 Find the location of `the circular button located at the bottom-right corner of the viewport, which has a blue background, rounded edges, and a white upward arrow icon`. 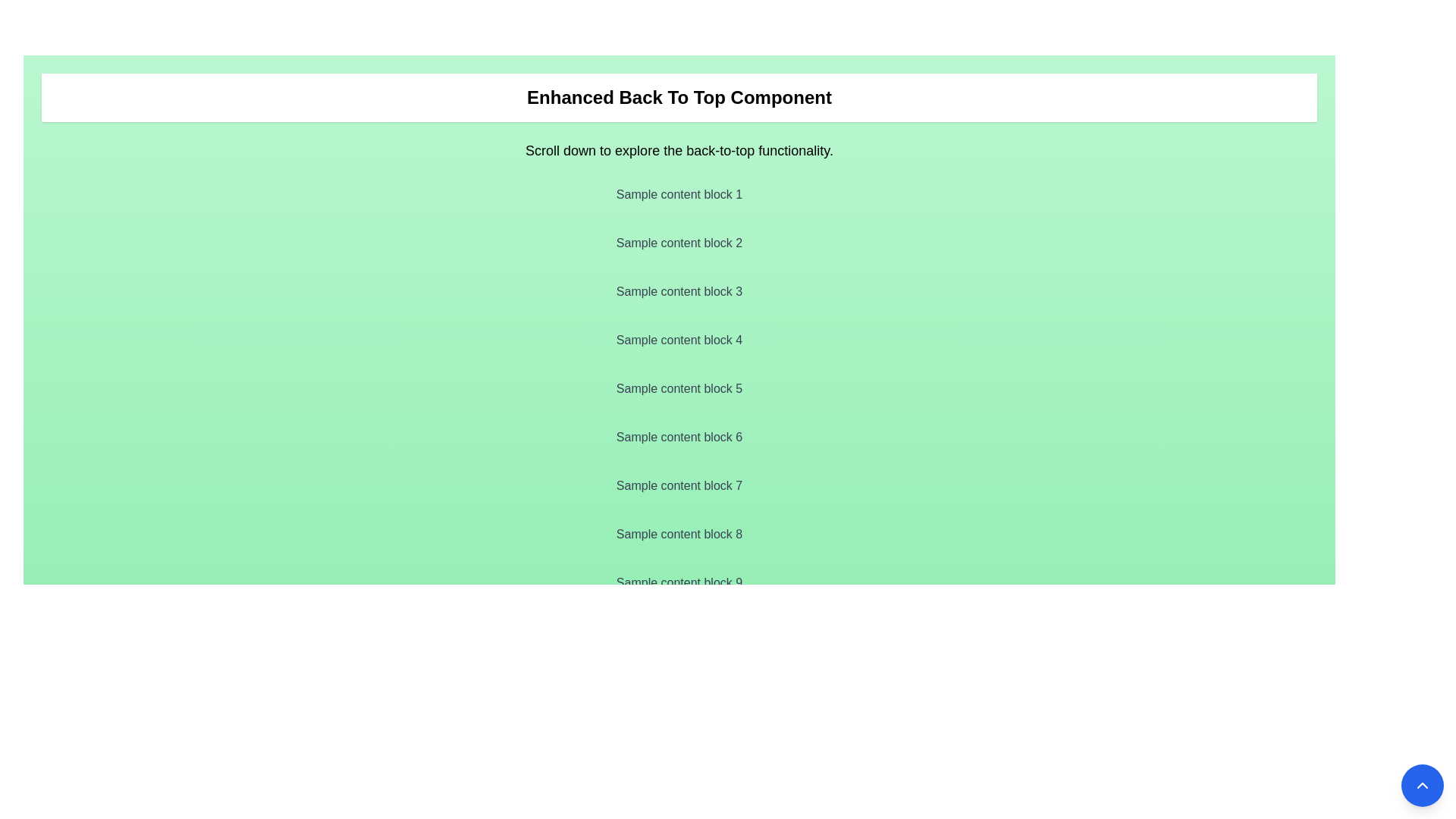

the circular button located at the bottom-right corner of the viewport, which has a blue background, rounded edges, and a white upward arrow icon is located at coordinates (1422, 785).